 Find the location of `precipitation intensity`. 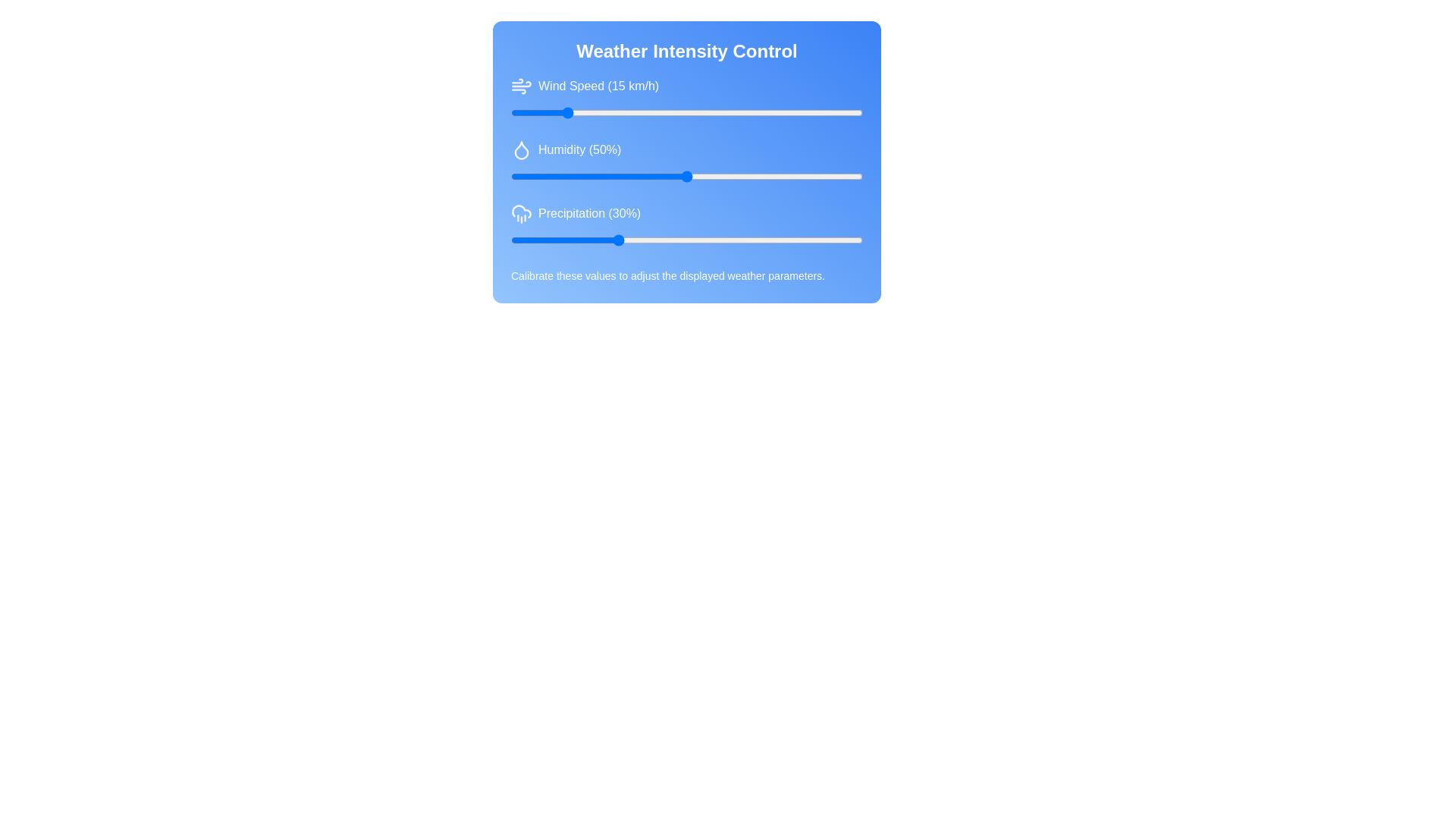

precipitation intensity is located at coordinates (645, 239).